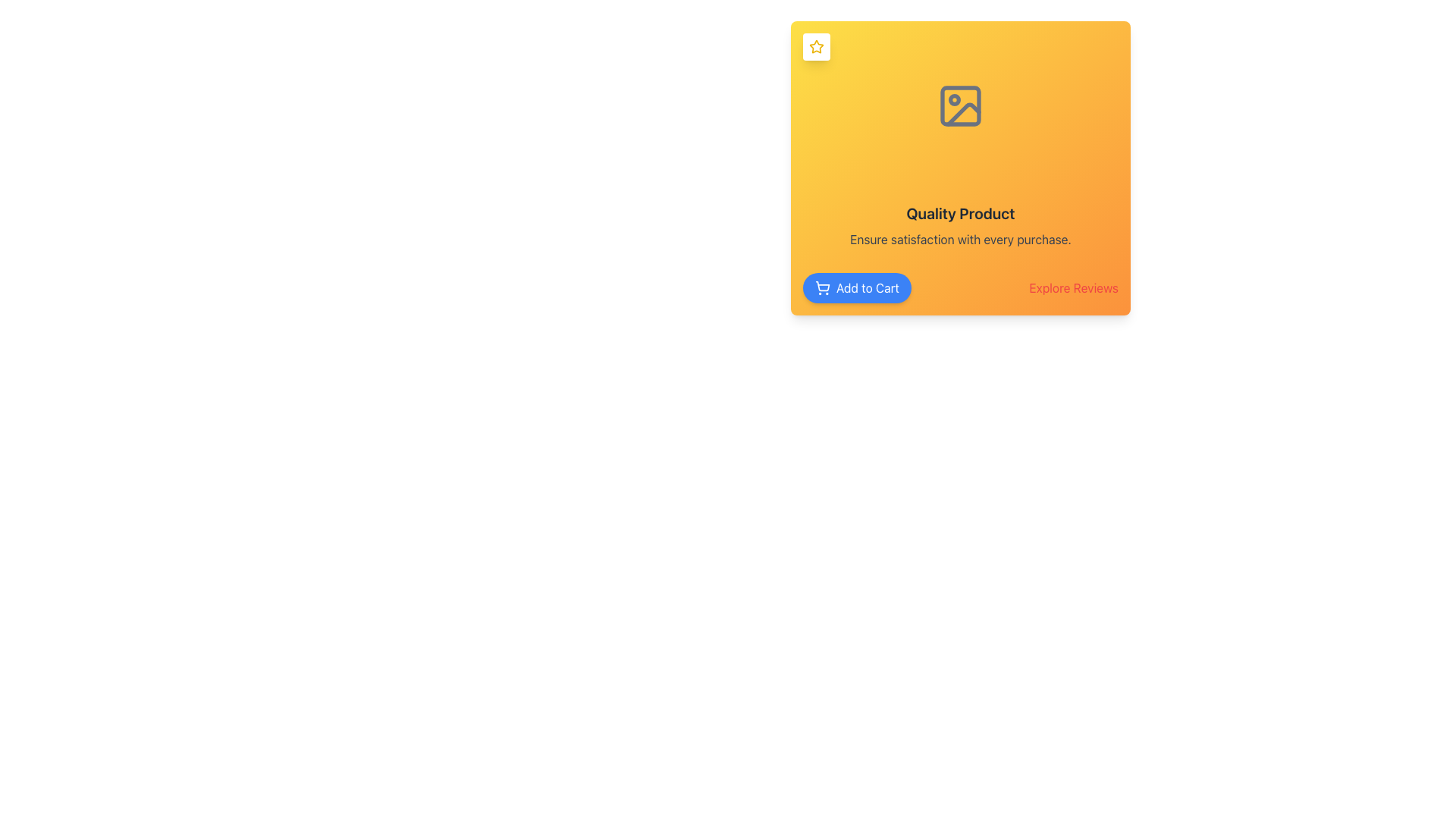 The width and height of the screenshot is (1456, 819). Describe the element at coordinates (814, 45) in the screenshot. I see `the decorative or status icon located at the top-left corner of the primary card, above the title and image` at that location.